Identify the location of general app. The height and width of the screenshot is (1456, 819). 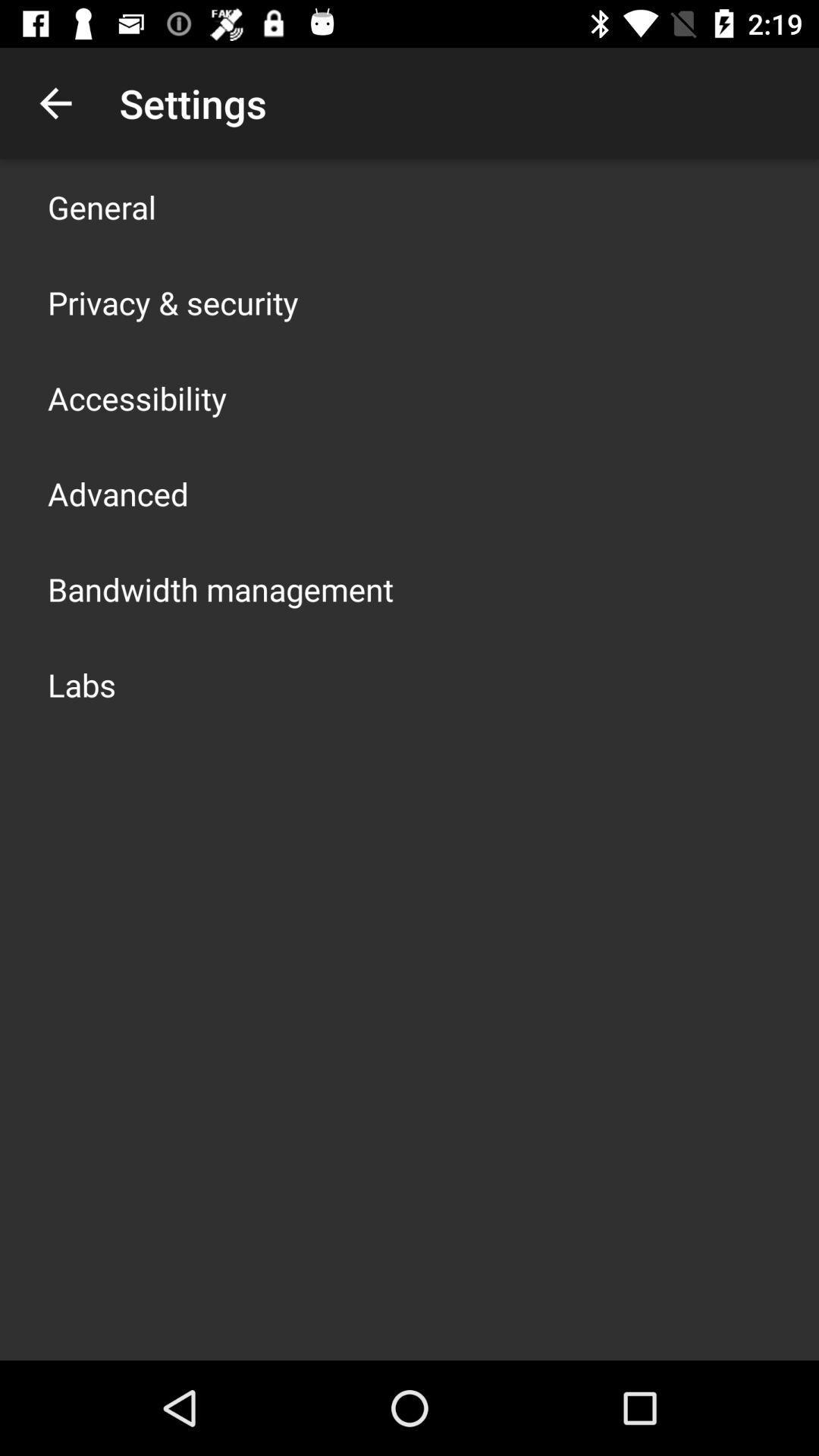
(102, 206).